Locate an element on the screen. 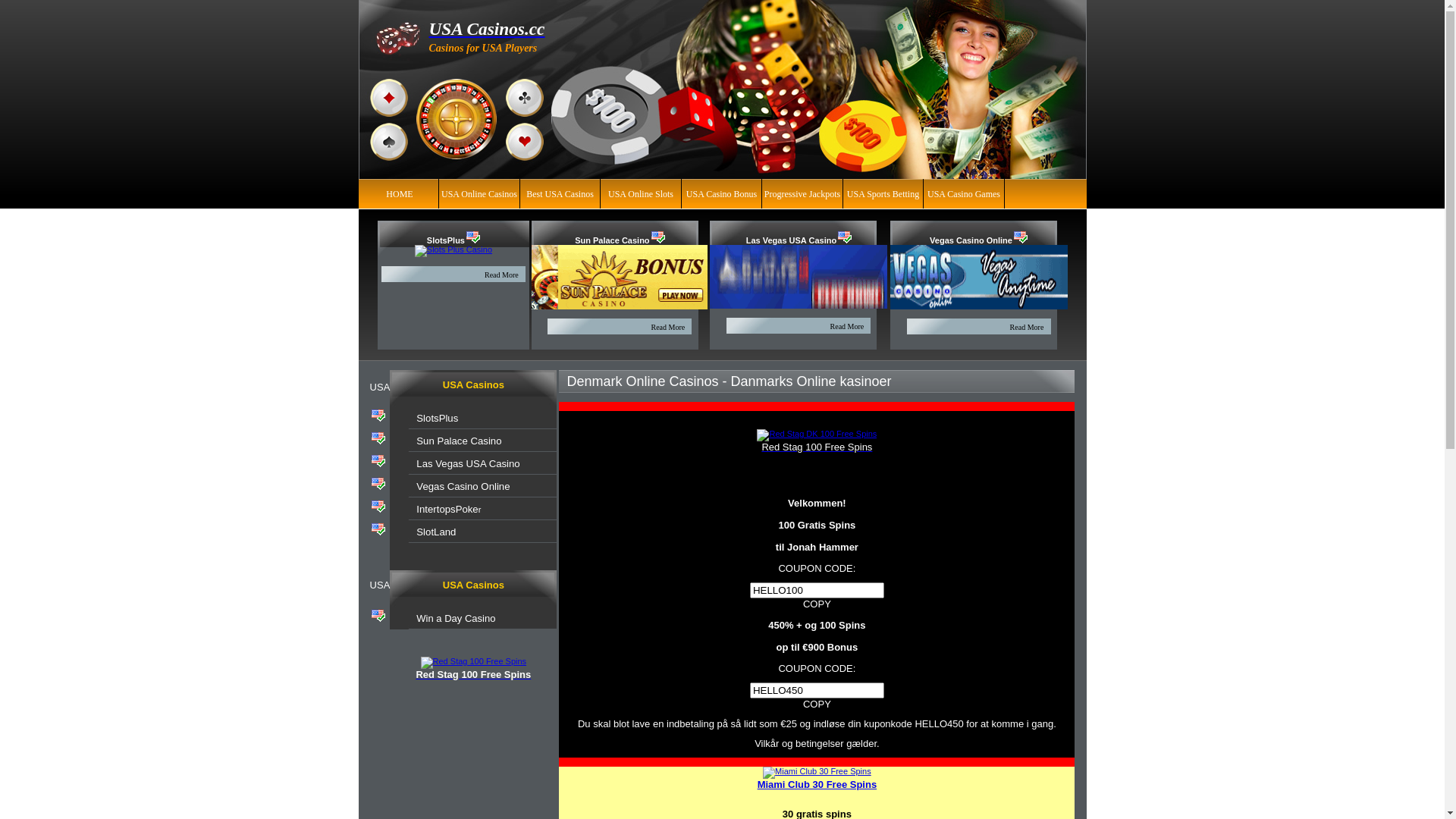 Image resolution: width=1456 pixels, height=819 pixels. 'SlotLand' is located at coordinates (435, 532).